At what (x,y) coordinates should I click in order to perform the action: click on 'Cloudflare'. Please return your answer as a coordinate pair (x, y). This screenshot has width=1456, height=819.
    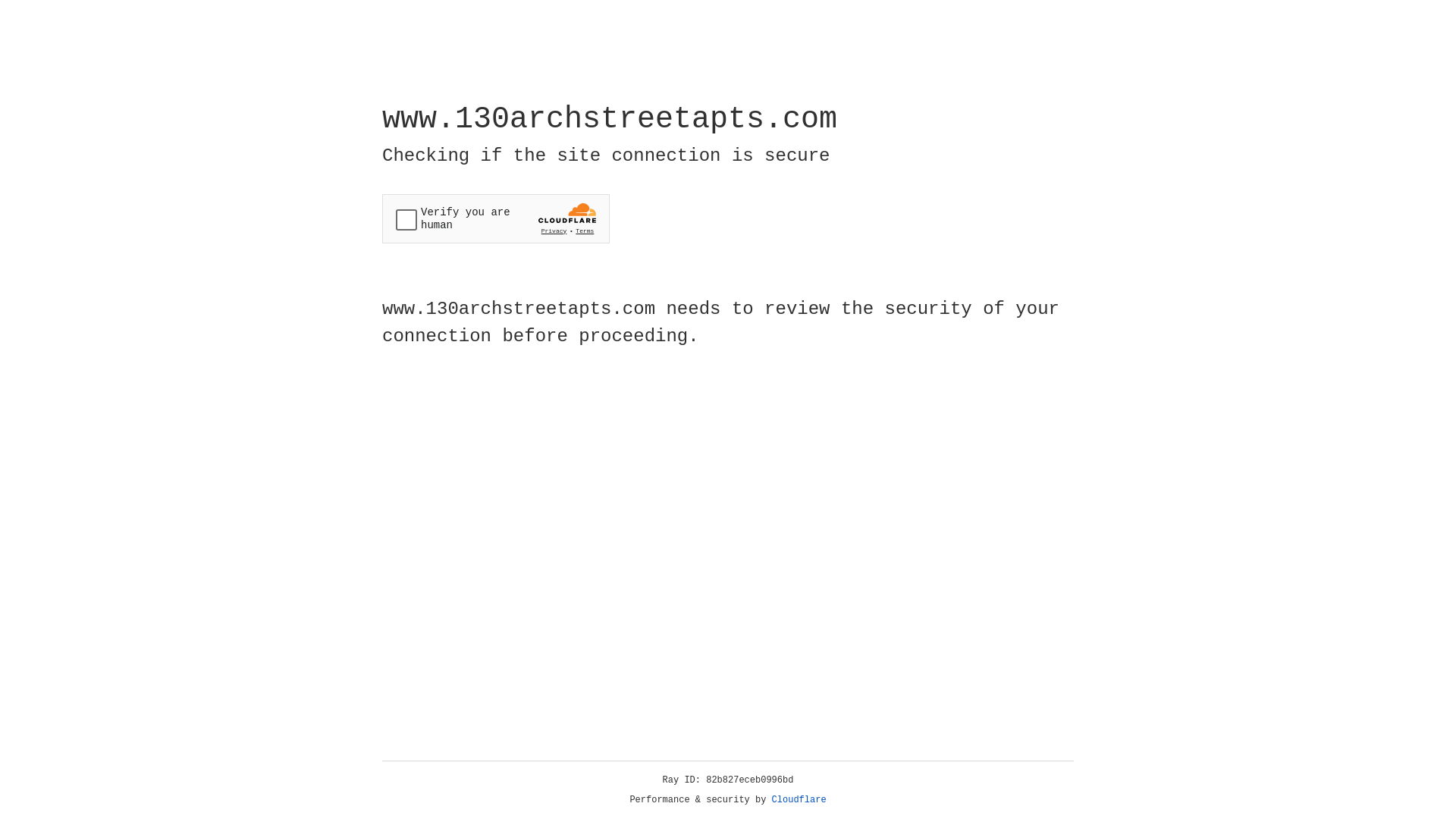
    Looking at the image, I should click on (799, 799).